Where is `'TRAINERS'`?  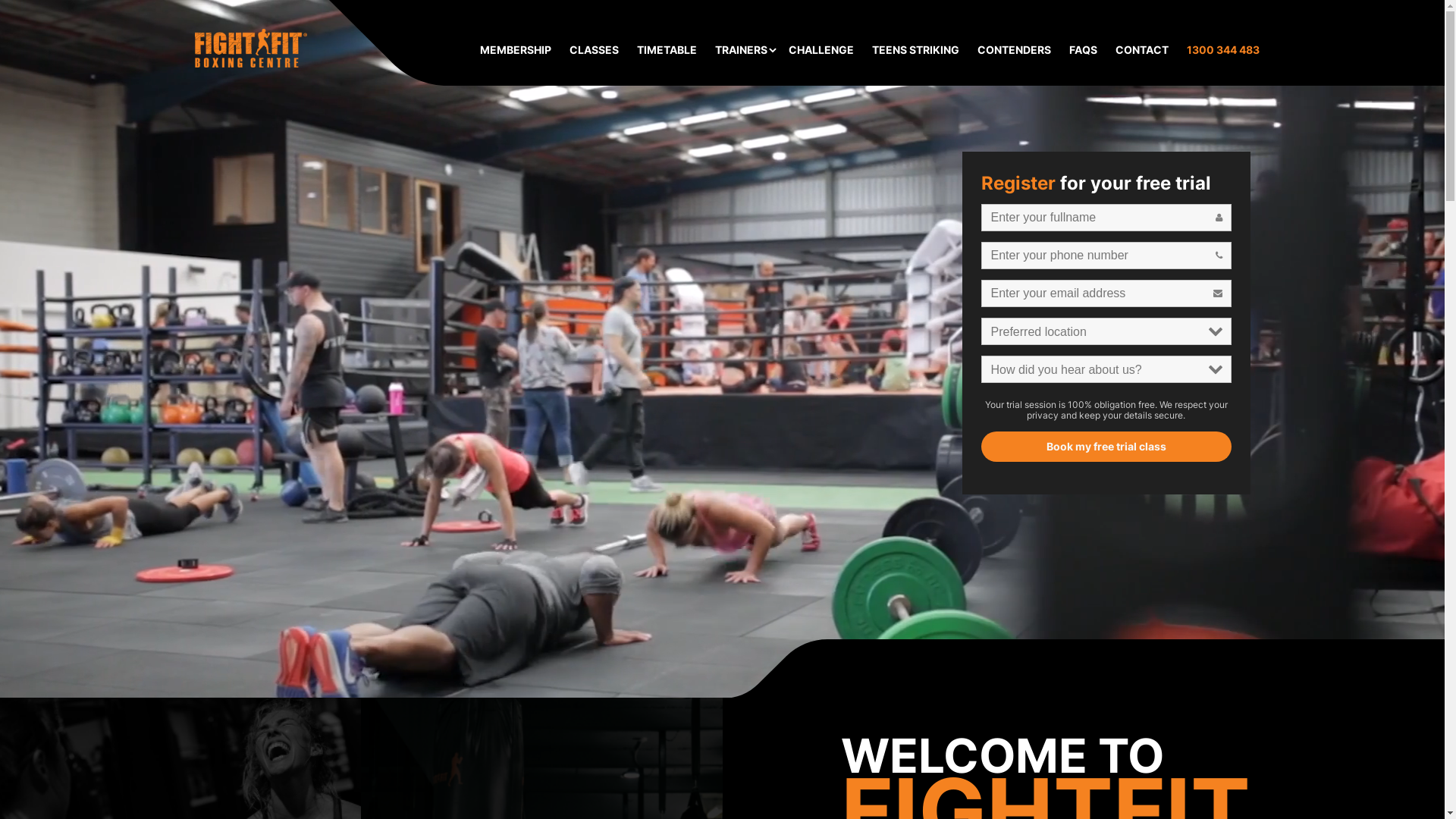
'TRAINERS' is located at coordinates (740, 49).